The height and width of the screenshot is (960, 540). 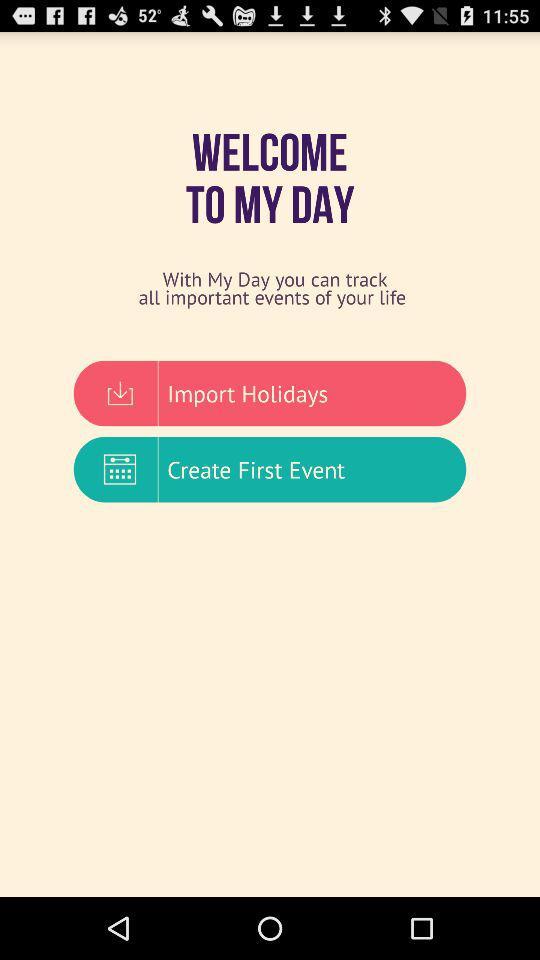 I want to click on item above create first event, so click(x=270, y=392).